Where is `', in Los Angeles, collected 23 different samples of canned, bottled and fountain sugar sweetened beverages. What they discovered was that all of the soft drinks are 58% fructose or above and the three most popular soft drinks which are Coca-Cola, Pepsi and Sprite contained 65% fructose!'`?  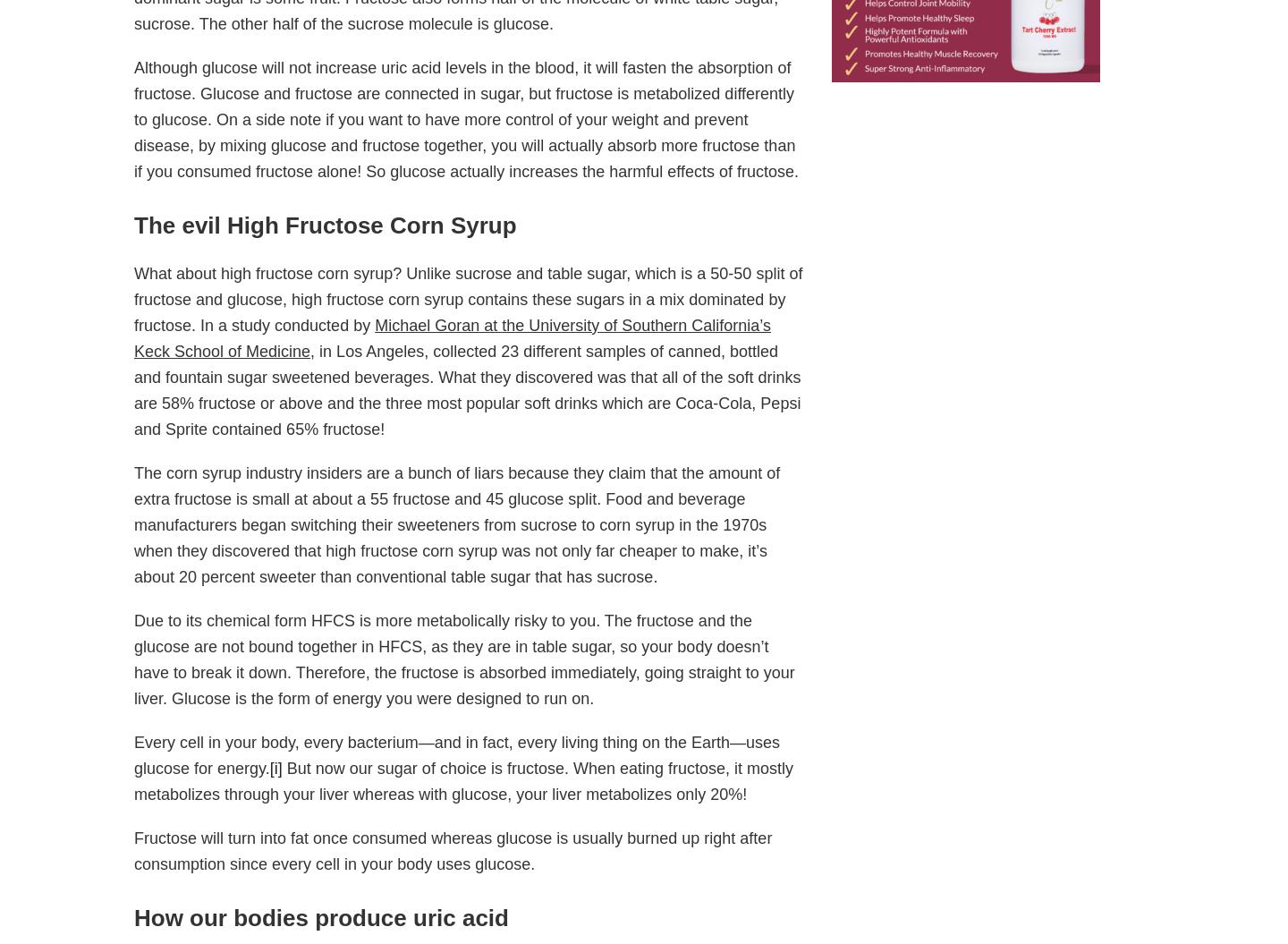
', in Los Angeles, collected 23 different samples of canned, bottled and fountain sugar sweetened beverages. What they discovered was that all of the soft drinks are 58% fructose or above and the three most popular soft drinks which are Coca-Cola, Pepsi and Sprite contained 65% fructose!' is located at coordinates (466, 389).